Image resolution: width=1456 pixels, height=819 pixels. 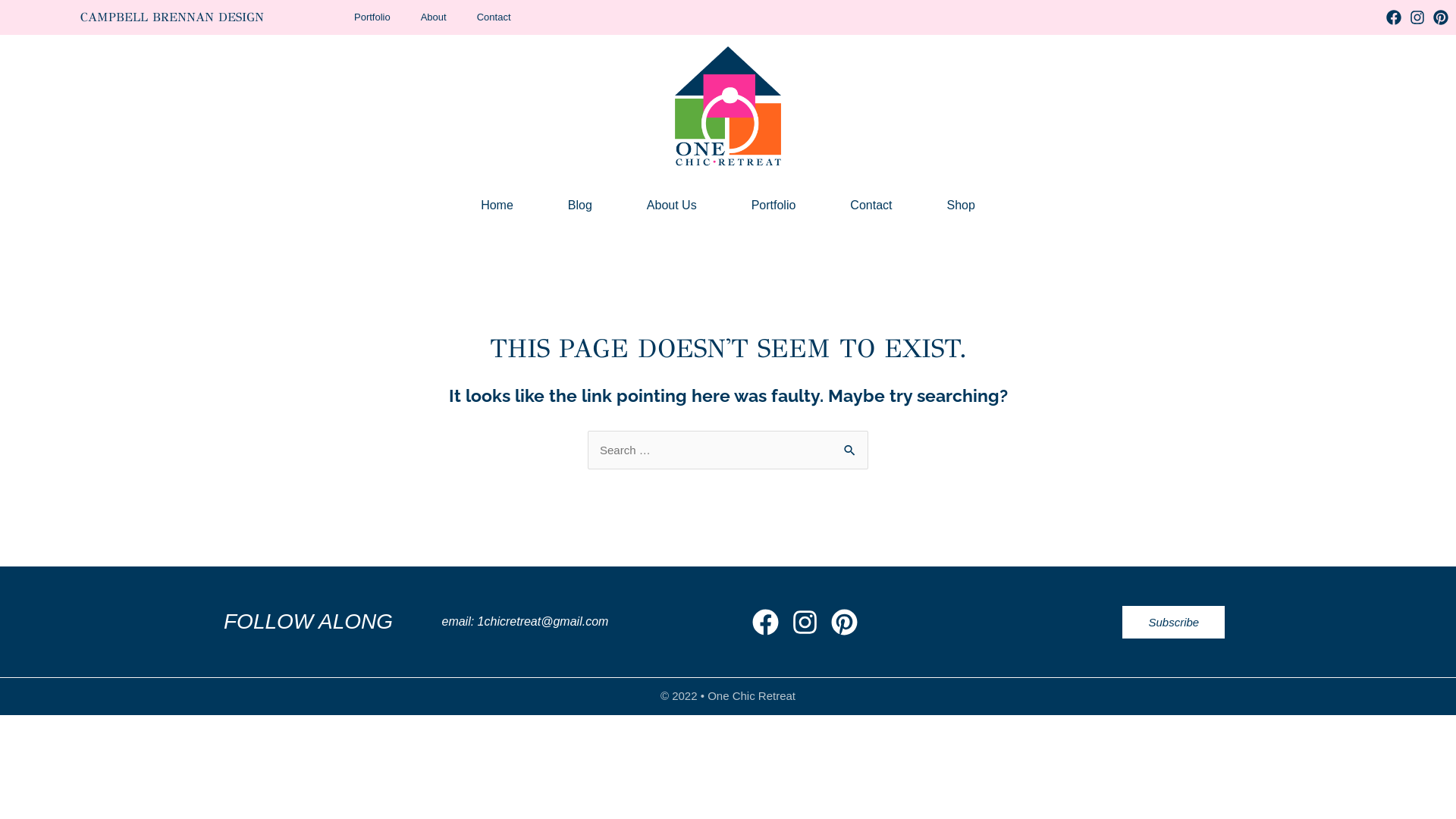 What do you see at coordinates (579, 205) in the screenshot?
I see `'Blog'` at bounding box center [579, 205].